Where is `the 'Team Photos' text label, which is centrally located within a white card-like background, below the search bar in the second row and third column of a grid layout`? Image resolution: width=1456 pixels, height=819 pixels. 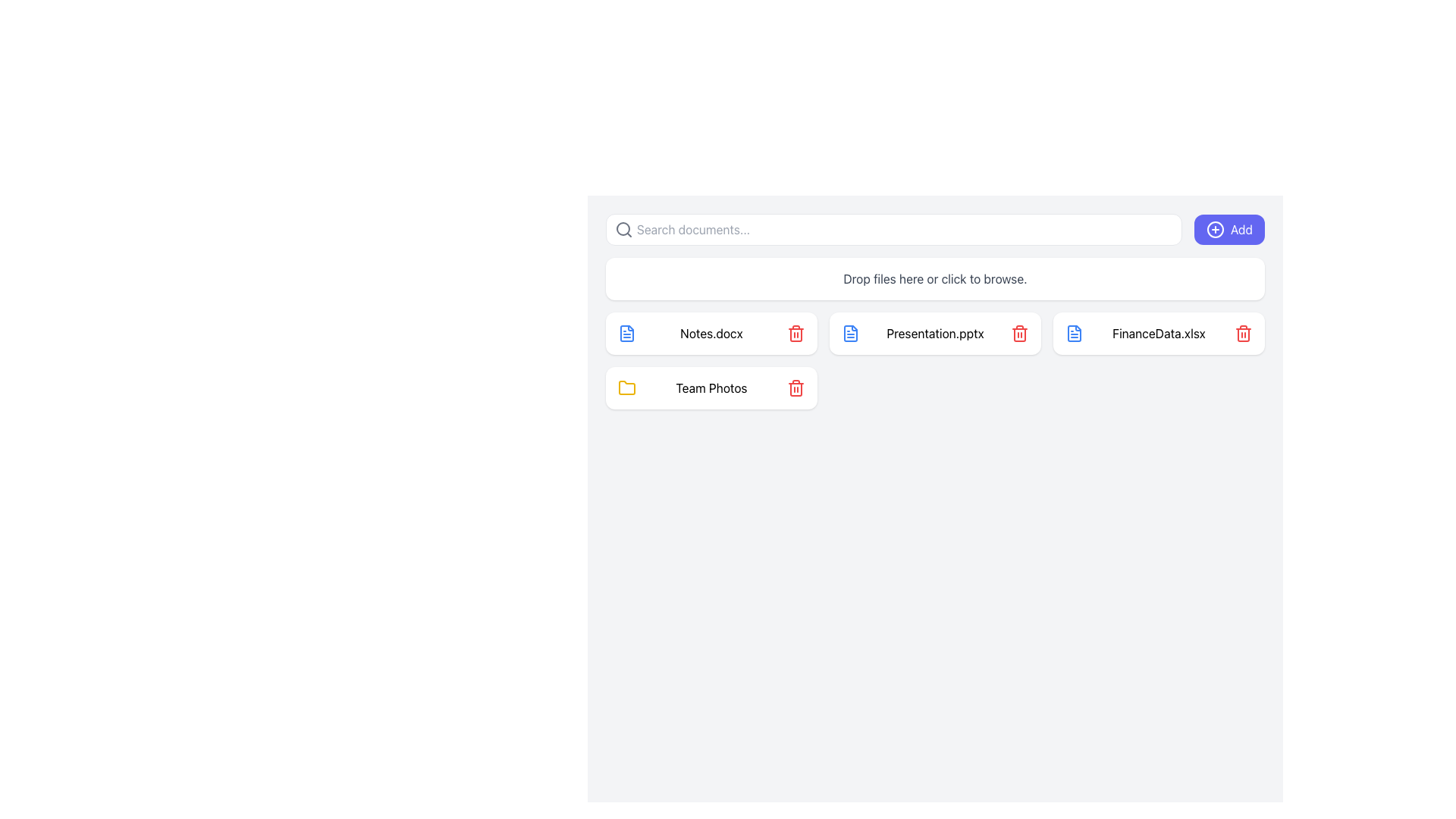 the 'Team Photos' text label, which is centrally located within a white card-like background, below the search bar in the second row and third column of a grid layout is located at coordinates (711, 388).